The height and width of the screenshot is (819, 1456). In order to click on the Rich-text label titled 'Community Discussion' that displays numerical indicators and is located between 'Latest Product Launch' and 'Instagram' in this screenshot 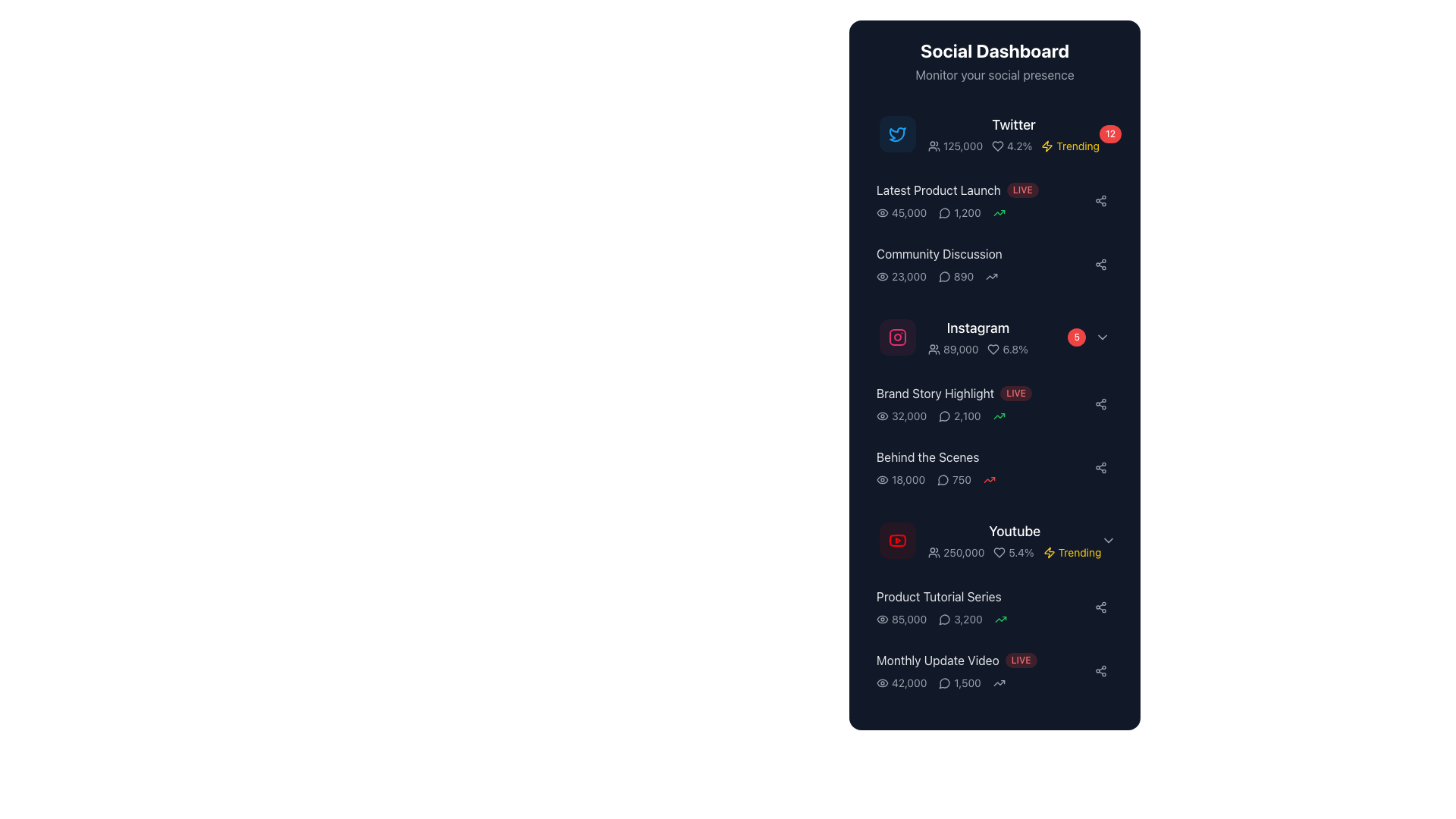, I will do `click(983, 263)`.